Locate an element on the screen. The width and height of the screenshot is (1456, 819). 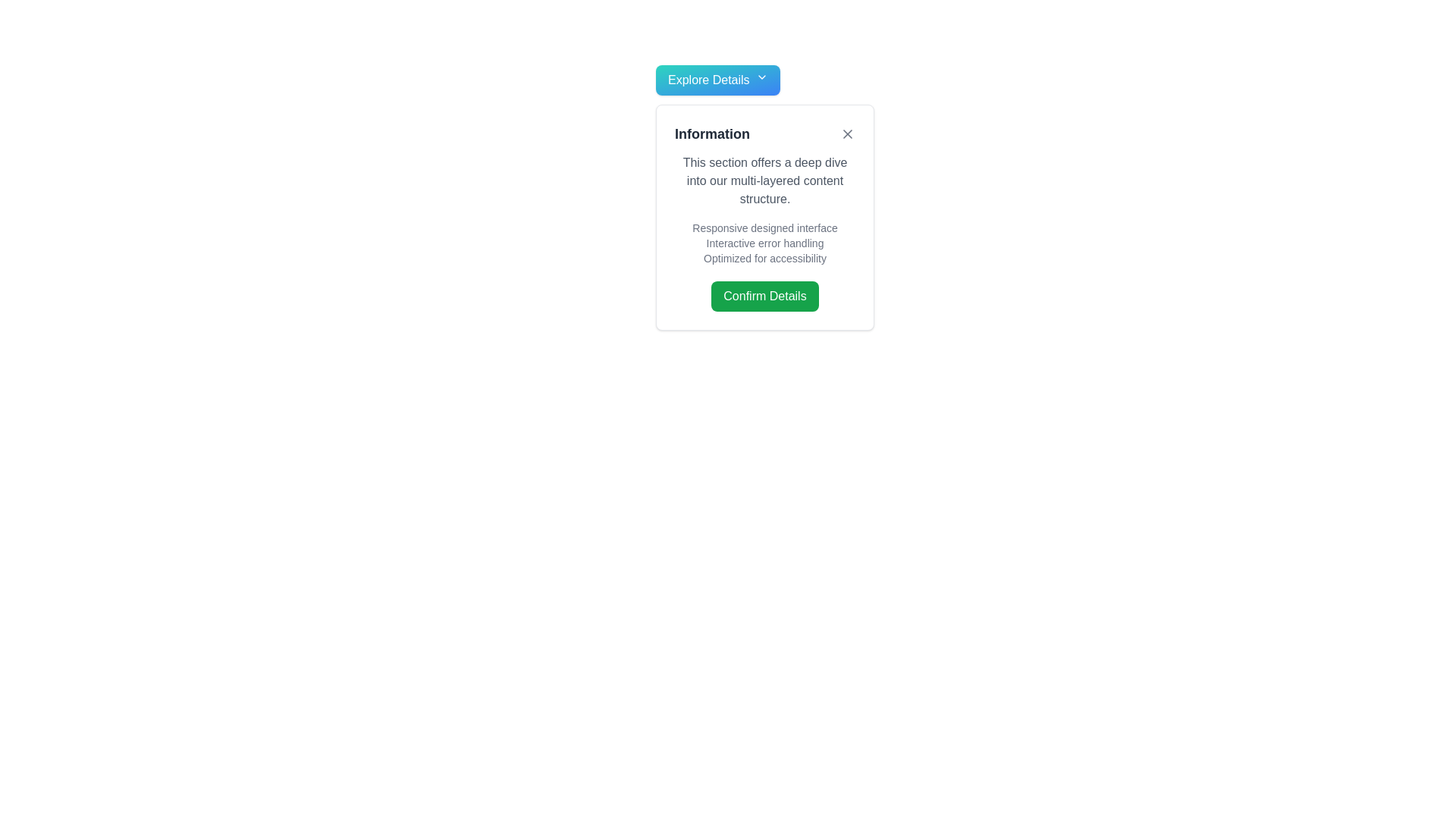
the chevron icon located at the end of the 'Explore Details' button, which indicates expandable functionality is located at coordinates (761, 77).